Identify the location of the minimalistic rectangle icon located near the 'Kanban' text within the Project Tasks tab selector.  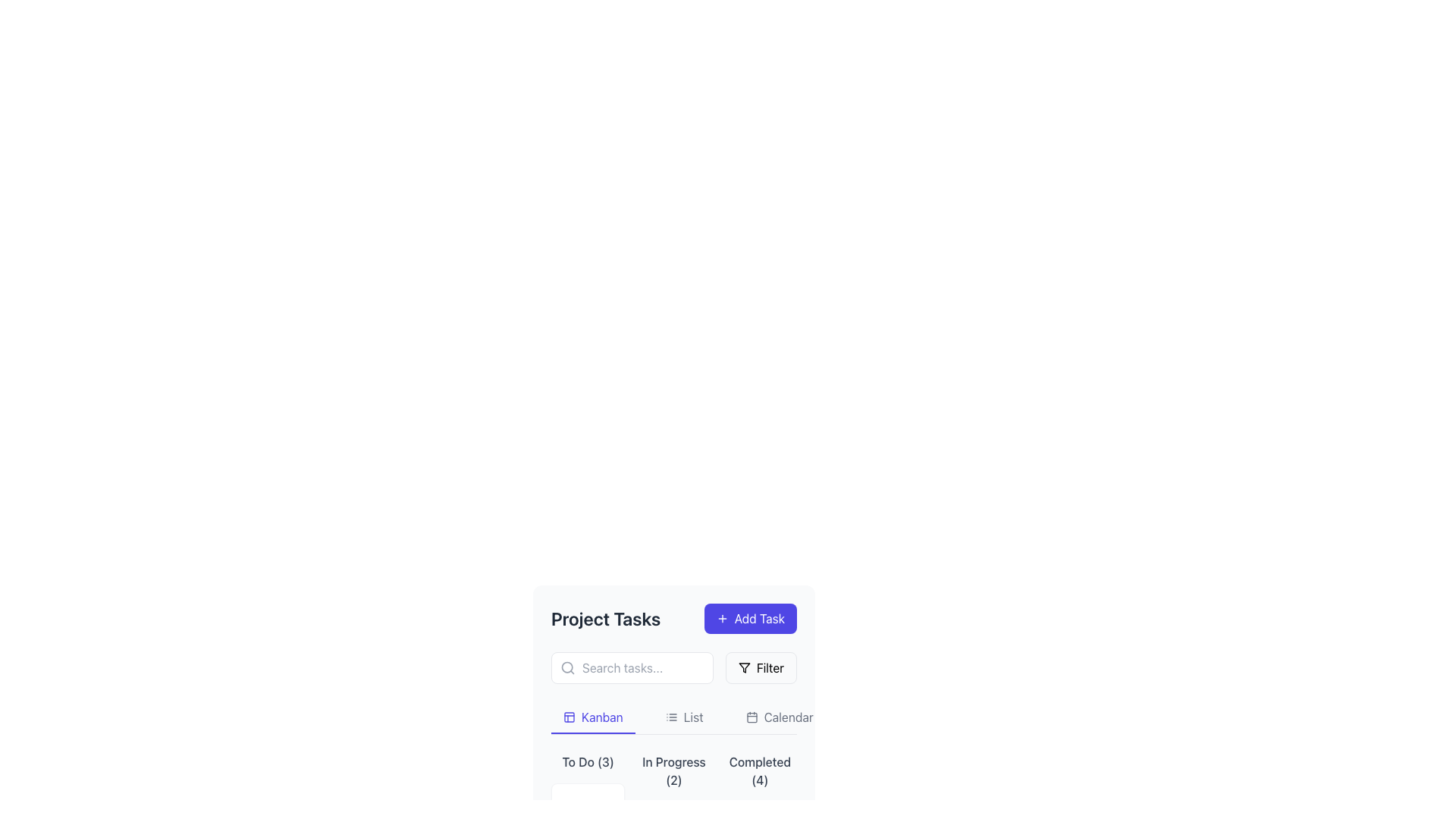
(568, 717).